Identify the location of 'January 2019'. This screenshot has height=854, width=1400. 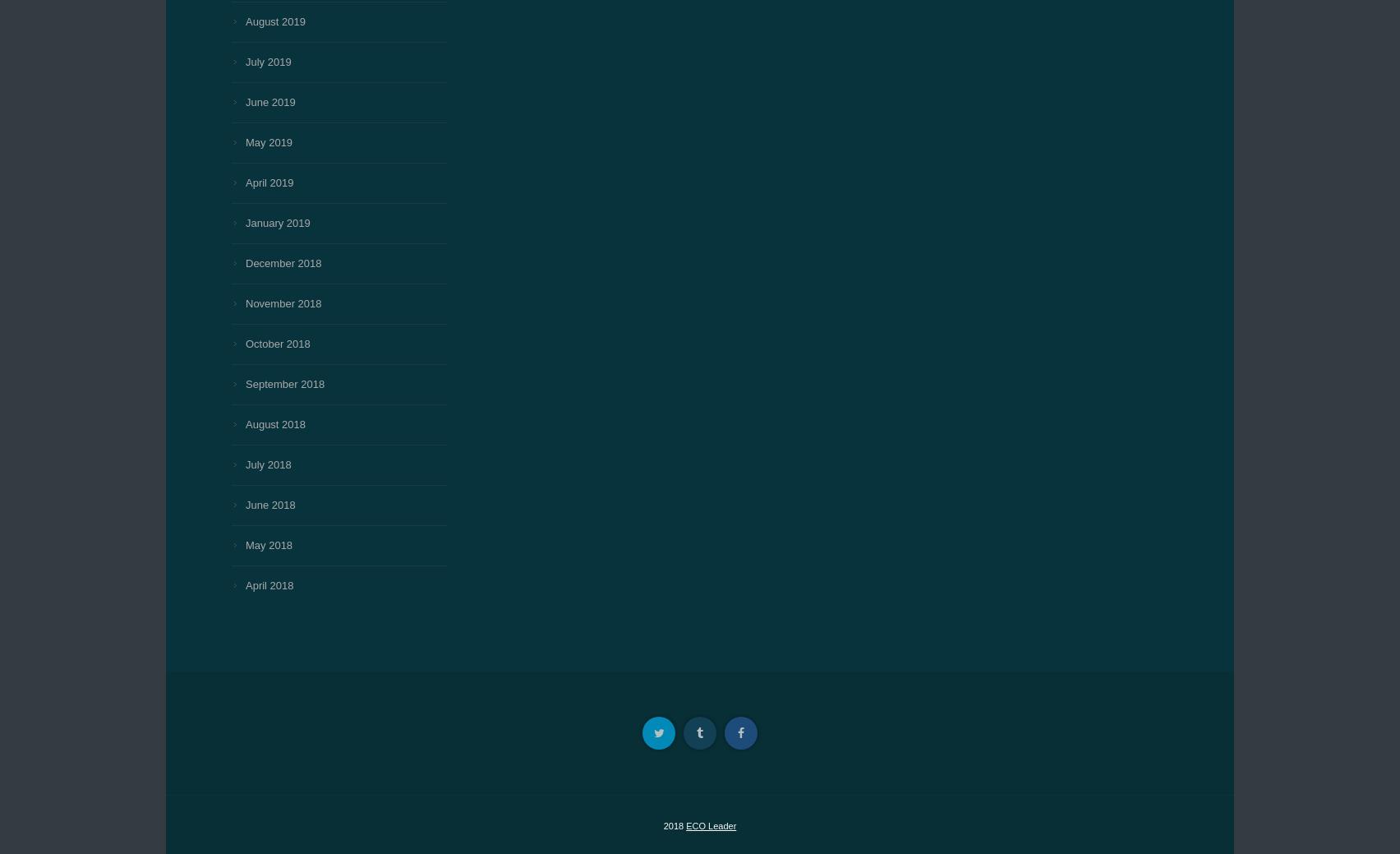
(277, 223).